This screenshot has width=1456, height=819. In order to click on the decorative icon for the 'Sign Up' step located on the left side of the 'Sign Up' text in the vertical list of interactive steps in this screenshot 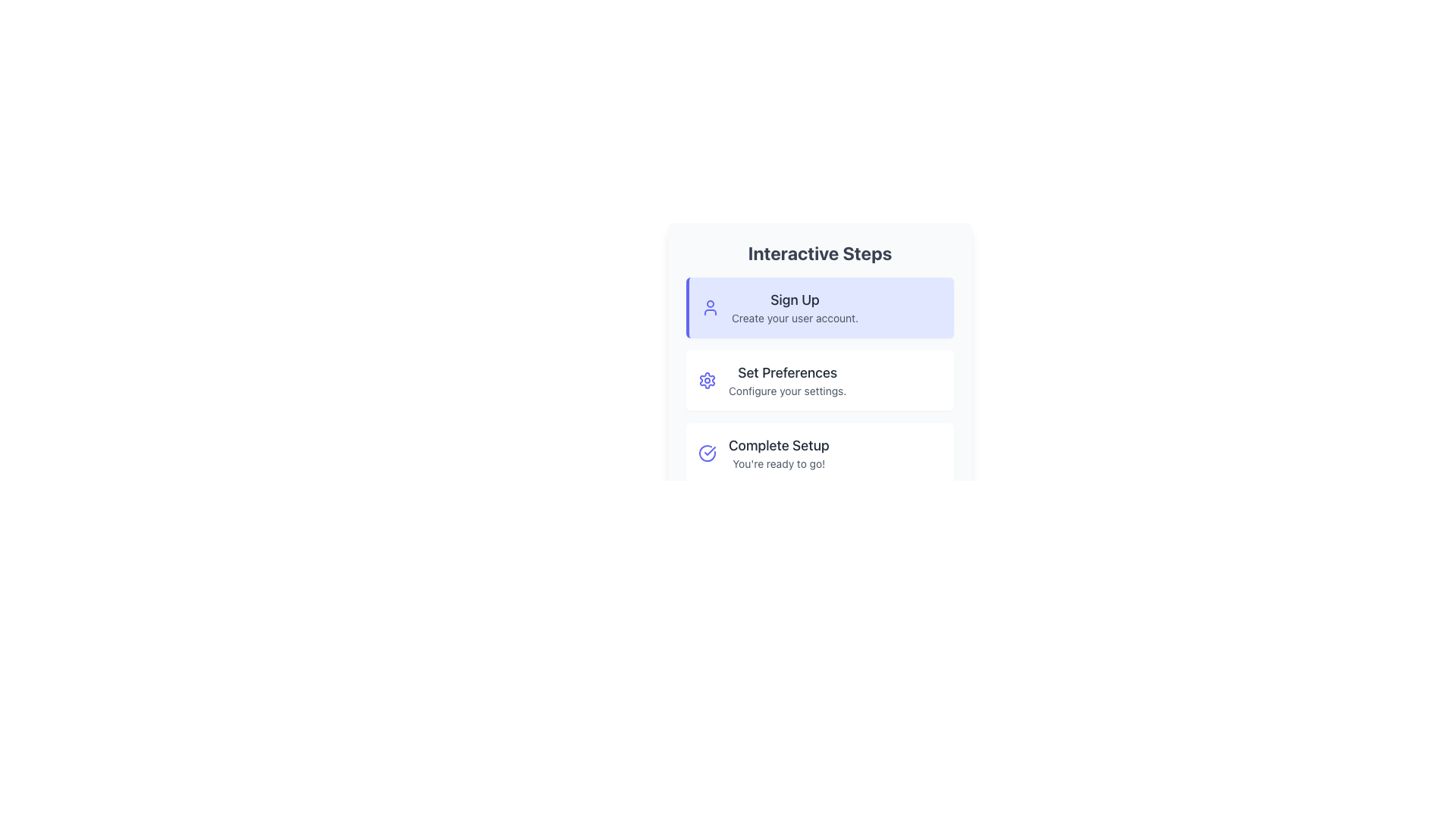, I will do `click(709, 307)`.